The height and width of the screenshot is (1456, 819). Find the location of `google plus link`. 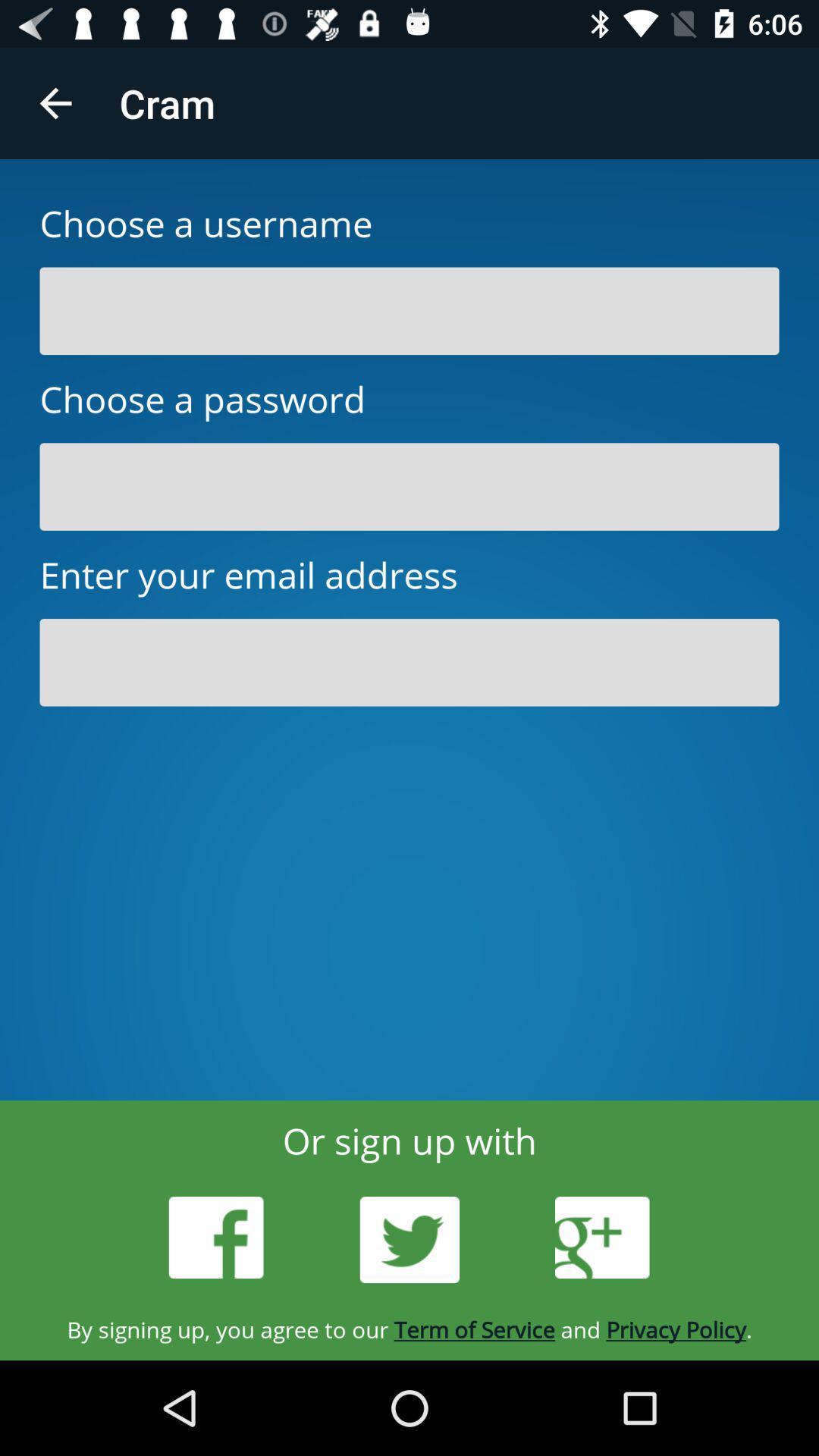

google plus link is located at coordinates (601, 1238).